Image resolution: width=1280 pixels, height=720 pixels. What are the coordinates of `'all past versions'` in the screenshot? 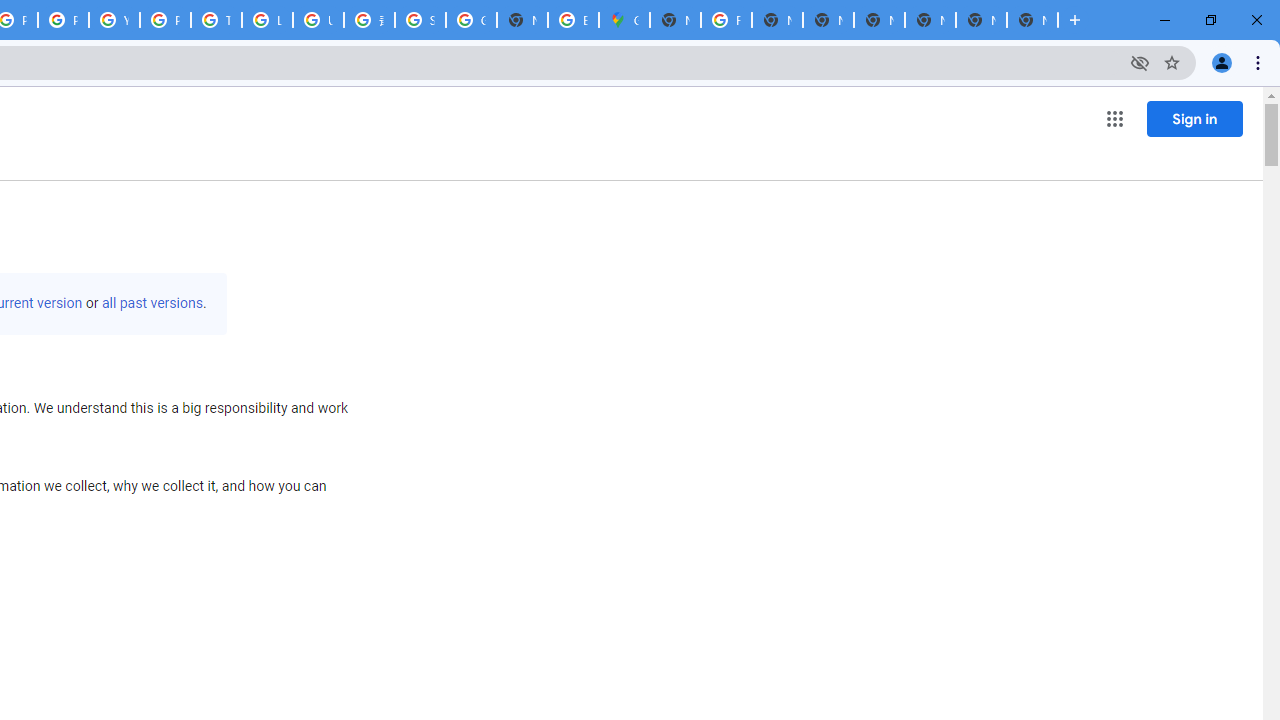 It's located at (151, 303).